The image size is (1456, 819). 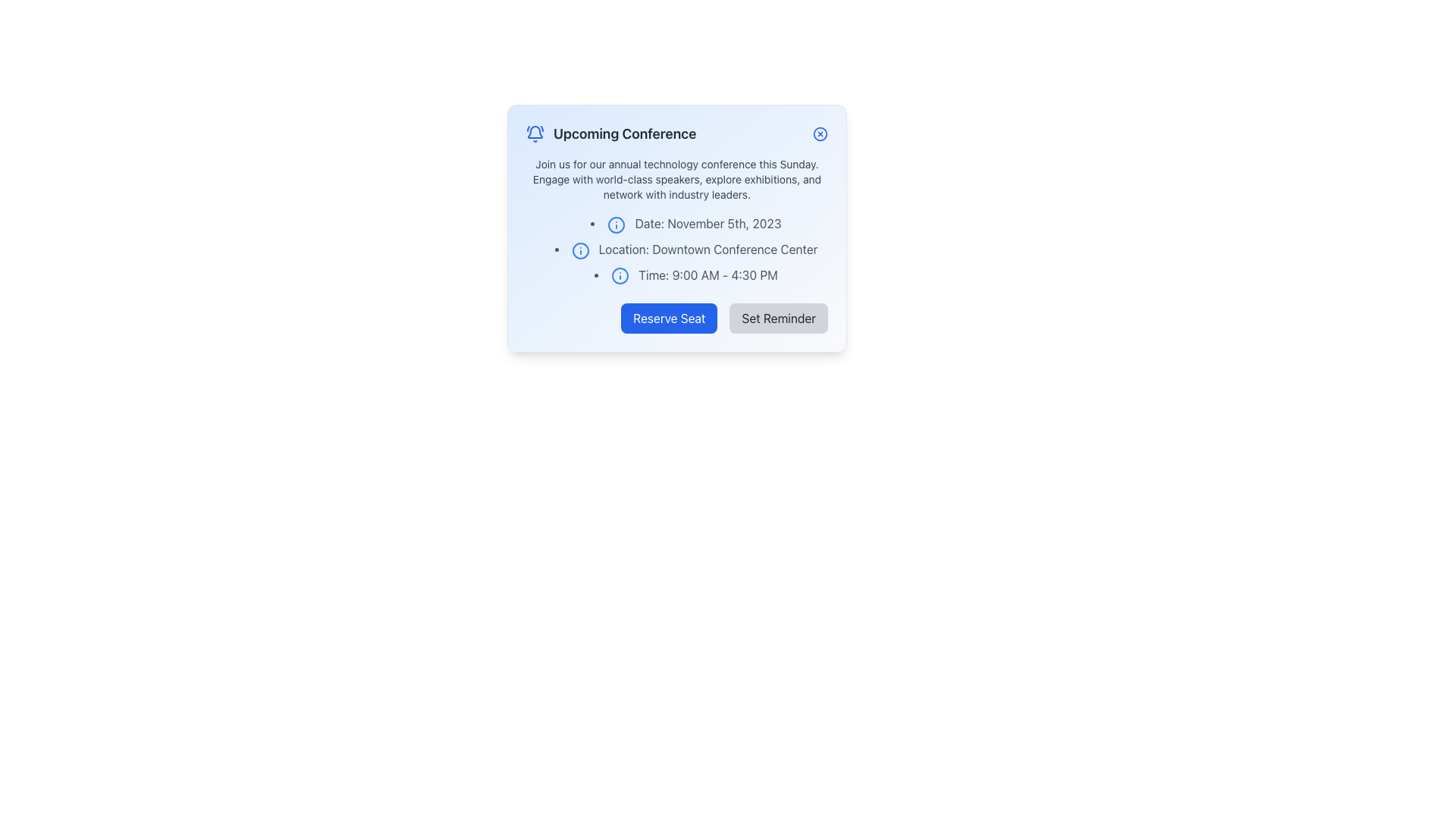 What do you see at coordinates (579, 249) in the screenshot?
I see `the information icon representing additional details about the 'Location' in the 'Upcoming Conference' details section, located to the left of the text 'Location: Downtown Conference Center'` at bounding box center [579, 249].